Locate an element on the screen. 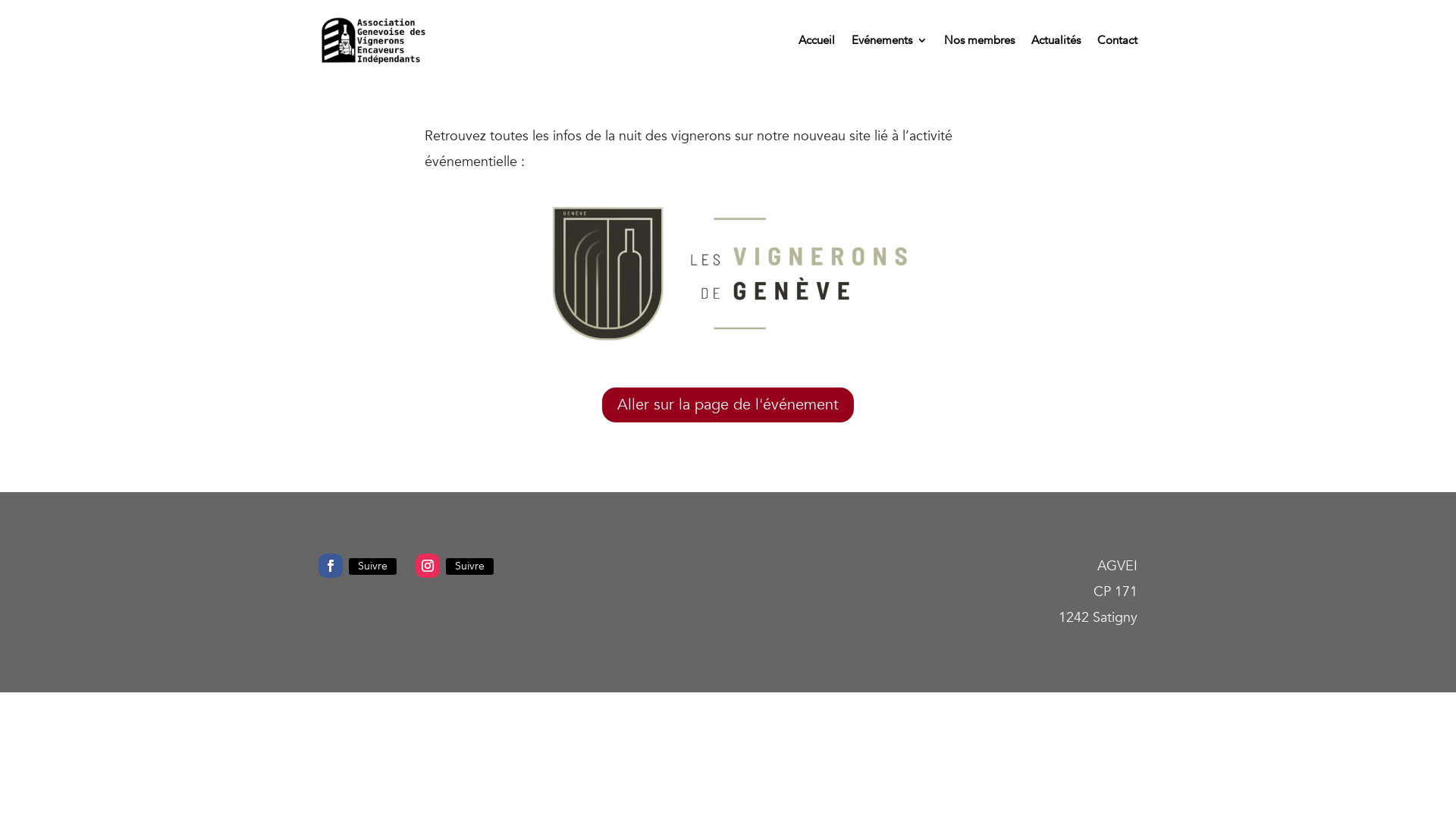  'Contact' is located at coordinates (1117, 39).